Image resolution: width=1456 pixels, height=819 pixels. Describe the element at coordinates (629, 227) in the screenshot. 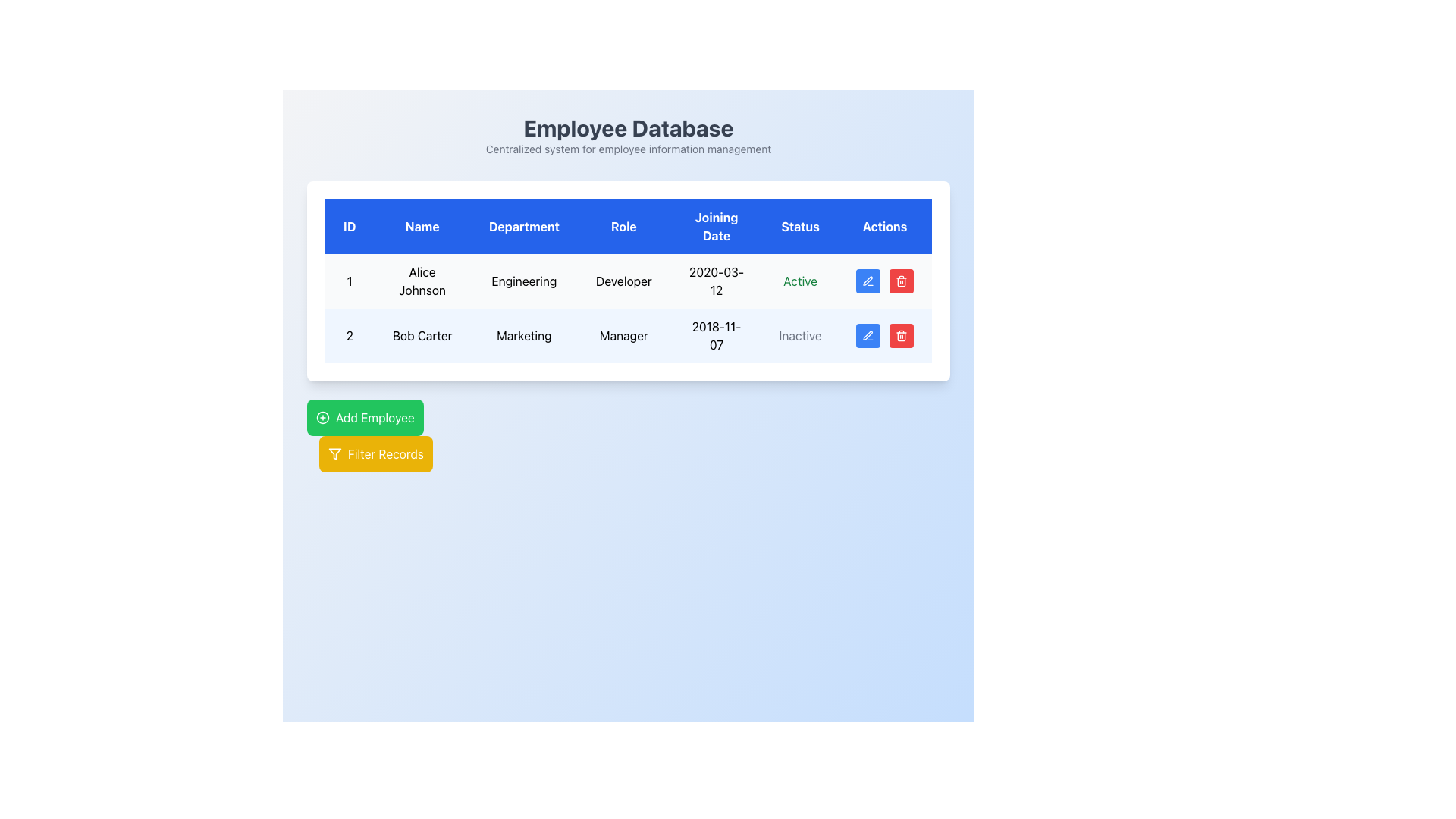

I see `the Table Header that labels the columns of the table, positioned at the top of the table content` at that location.